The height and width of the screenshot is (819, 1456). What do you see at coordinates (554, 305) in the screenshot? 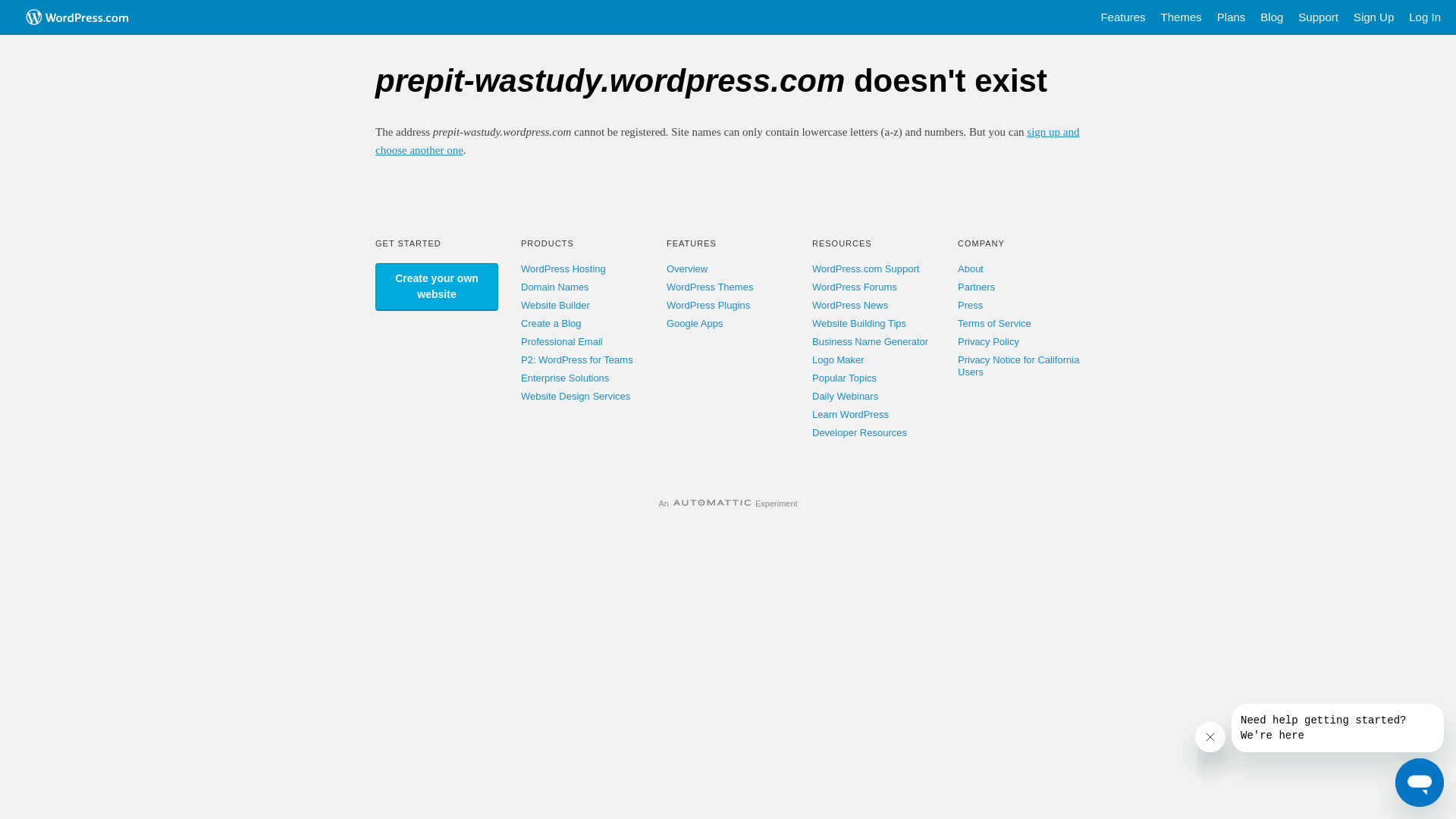
I see `'Website Builder'` at bounding box center [554, 305].